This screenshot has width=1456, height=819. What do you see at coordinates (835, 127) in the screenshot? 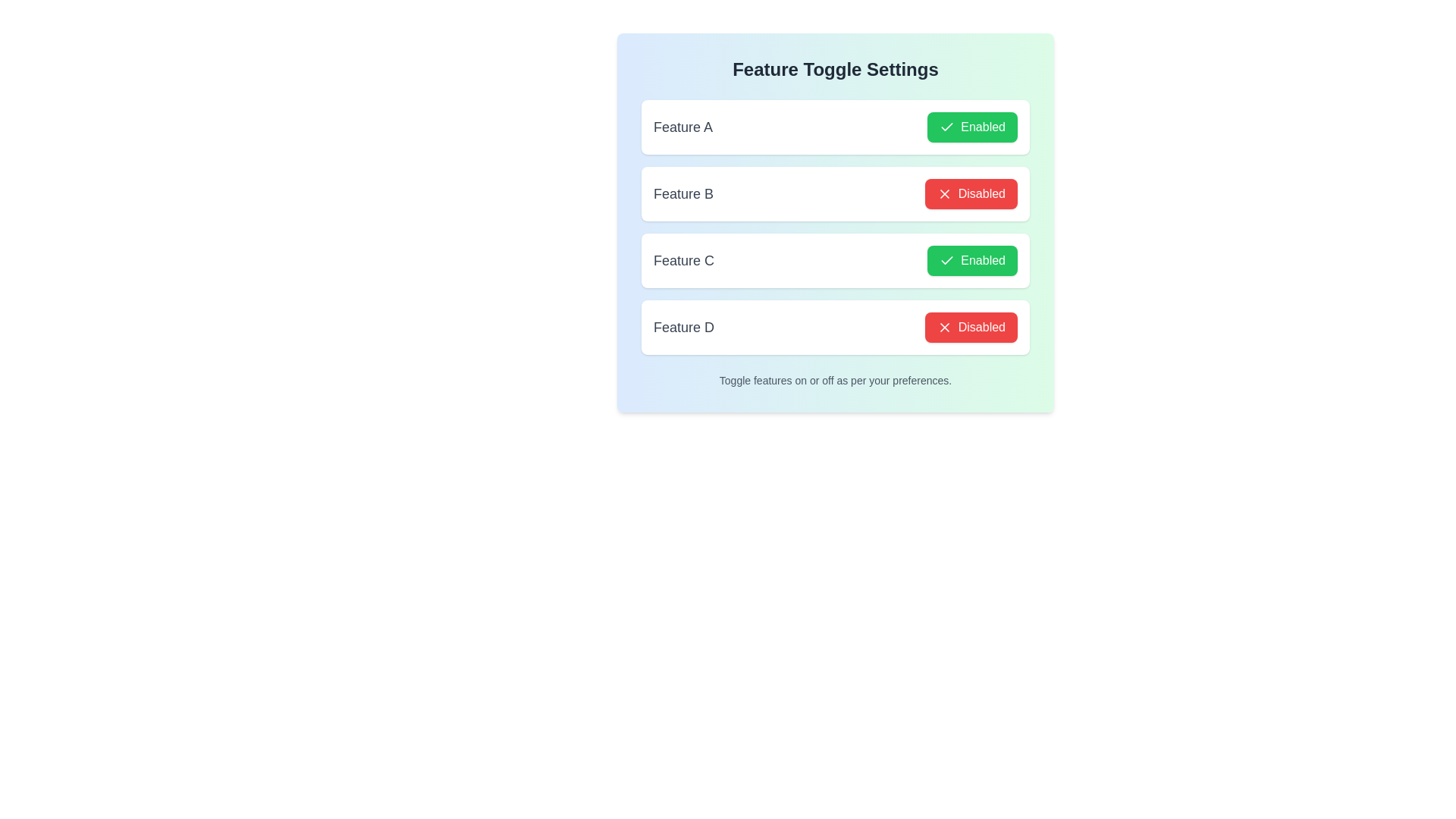
I see `the first list item with toggle control labeled 'Feature A' that has a green button indicating 'Enabled'` at bounding box center [835, 127].